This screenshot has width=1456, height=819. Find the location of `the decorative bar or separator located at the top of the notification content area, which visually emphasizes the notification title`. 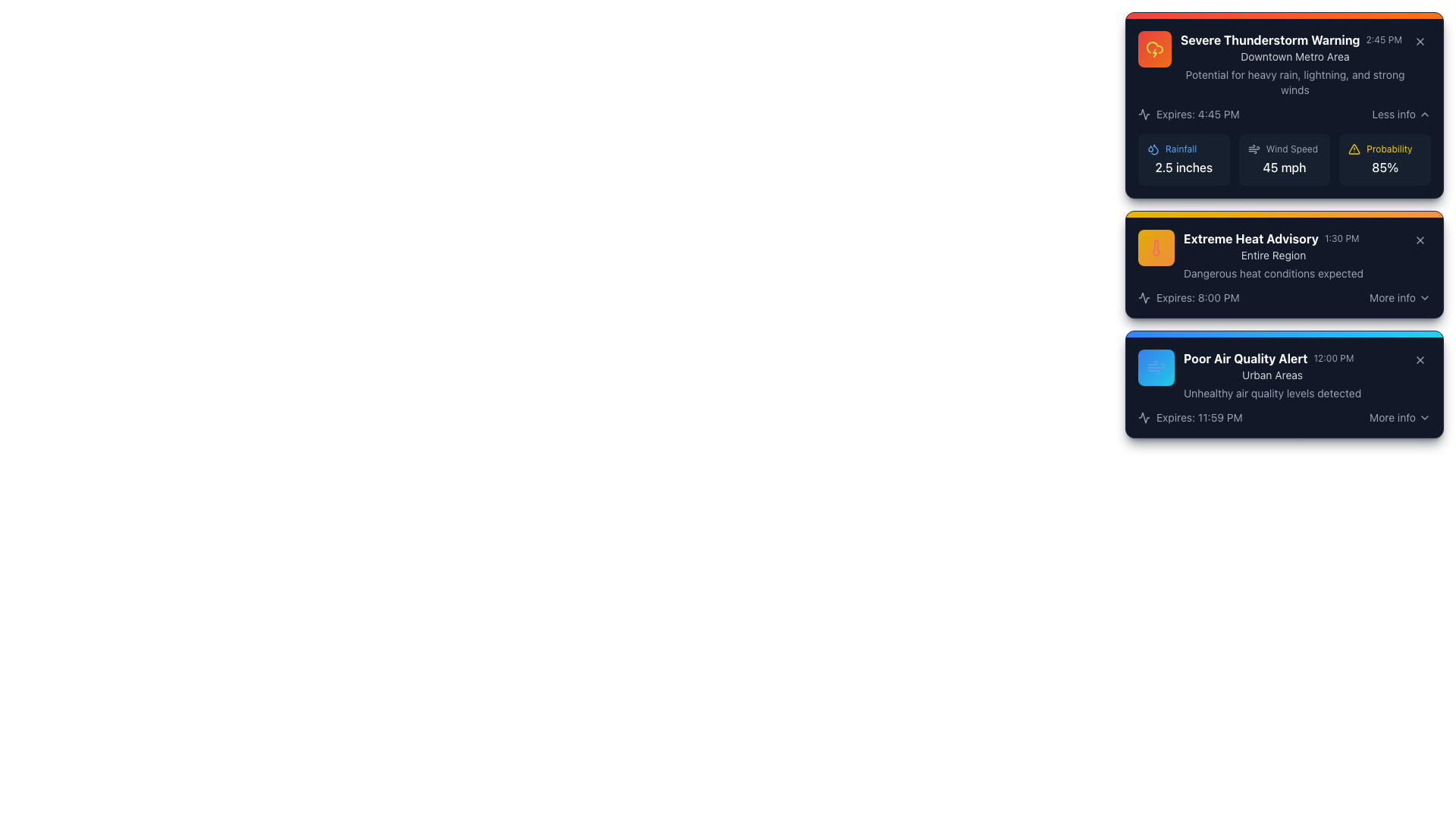

the decorative bar or separator located at the top of the notification content area, which visually emphasizes the notification title is located at coordinates (1284, 214).